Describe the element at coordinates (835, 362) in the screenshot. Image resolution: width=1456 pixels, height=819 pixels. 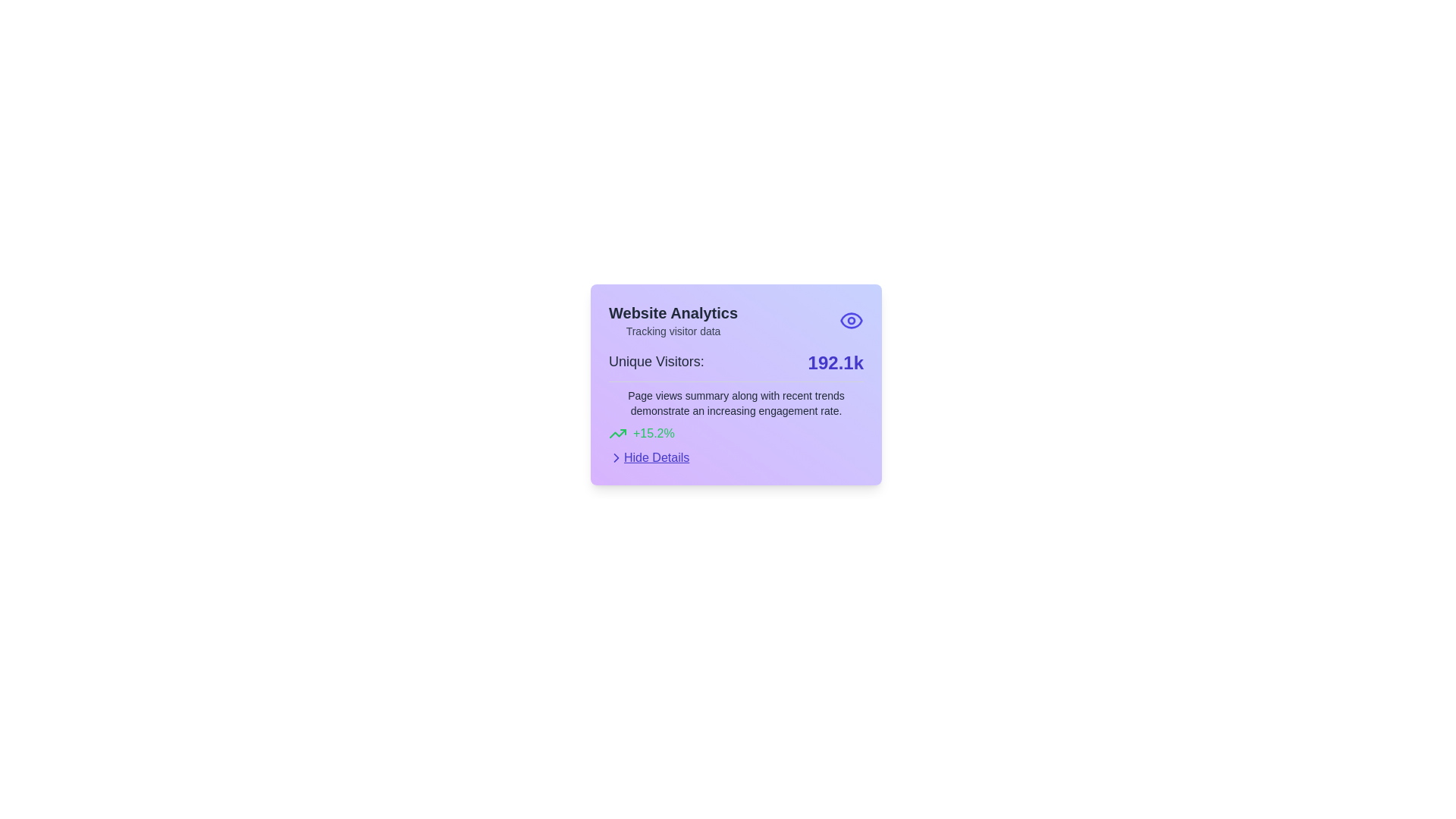
I see `displayed number '192.1k' from the Text label indicating unique visitors, which is located within a flex layout adjacent to the label 'Unique Visitors:' and positioned in the rightmost part of the layout` at that location.